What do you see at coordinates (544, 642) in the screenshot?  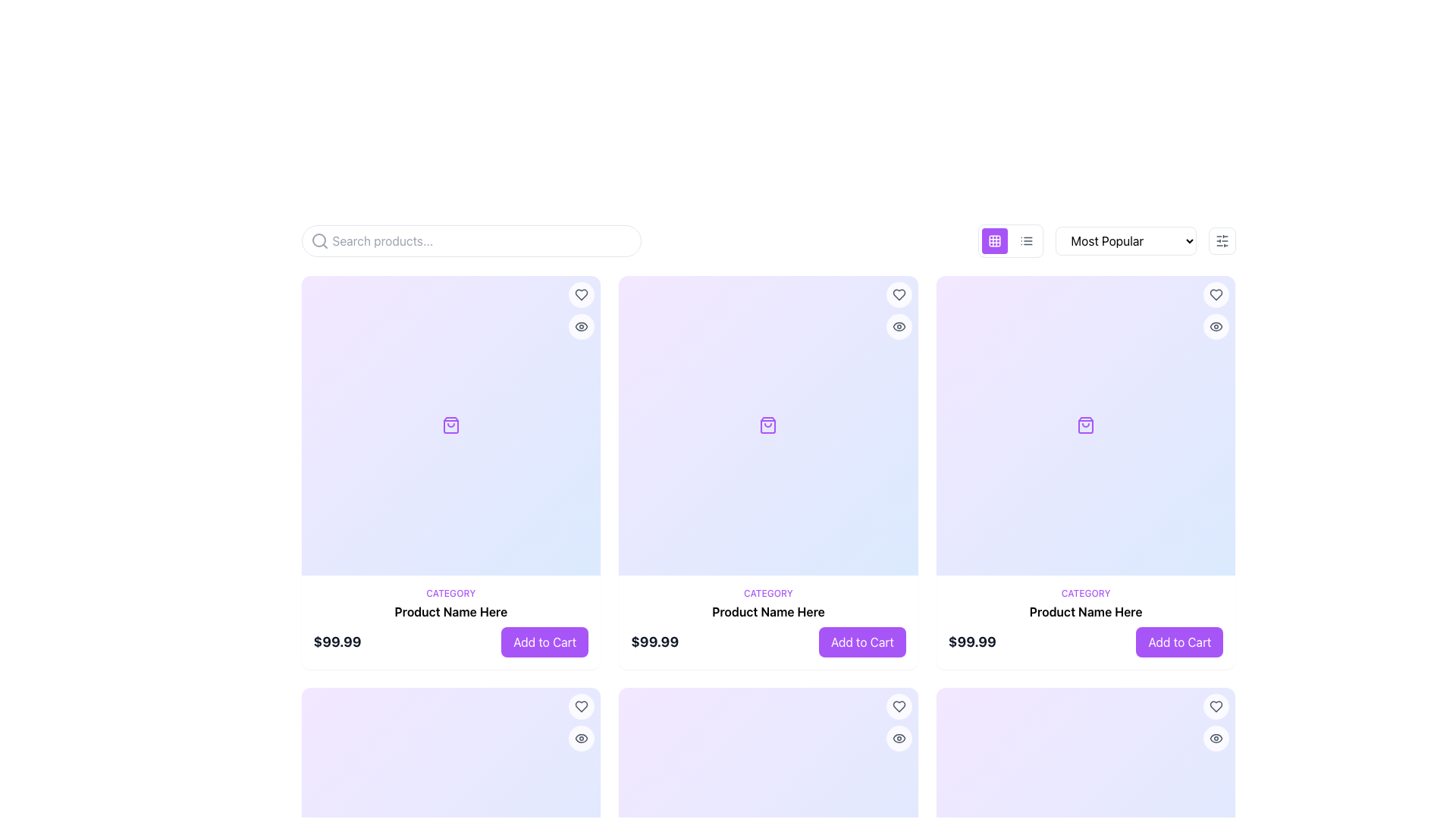 I see `the button located to the right of the price element '$99.99' in the bottom section of the product card` at bounding box center [544, 642].